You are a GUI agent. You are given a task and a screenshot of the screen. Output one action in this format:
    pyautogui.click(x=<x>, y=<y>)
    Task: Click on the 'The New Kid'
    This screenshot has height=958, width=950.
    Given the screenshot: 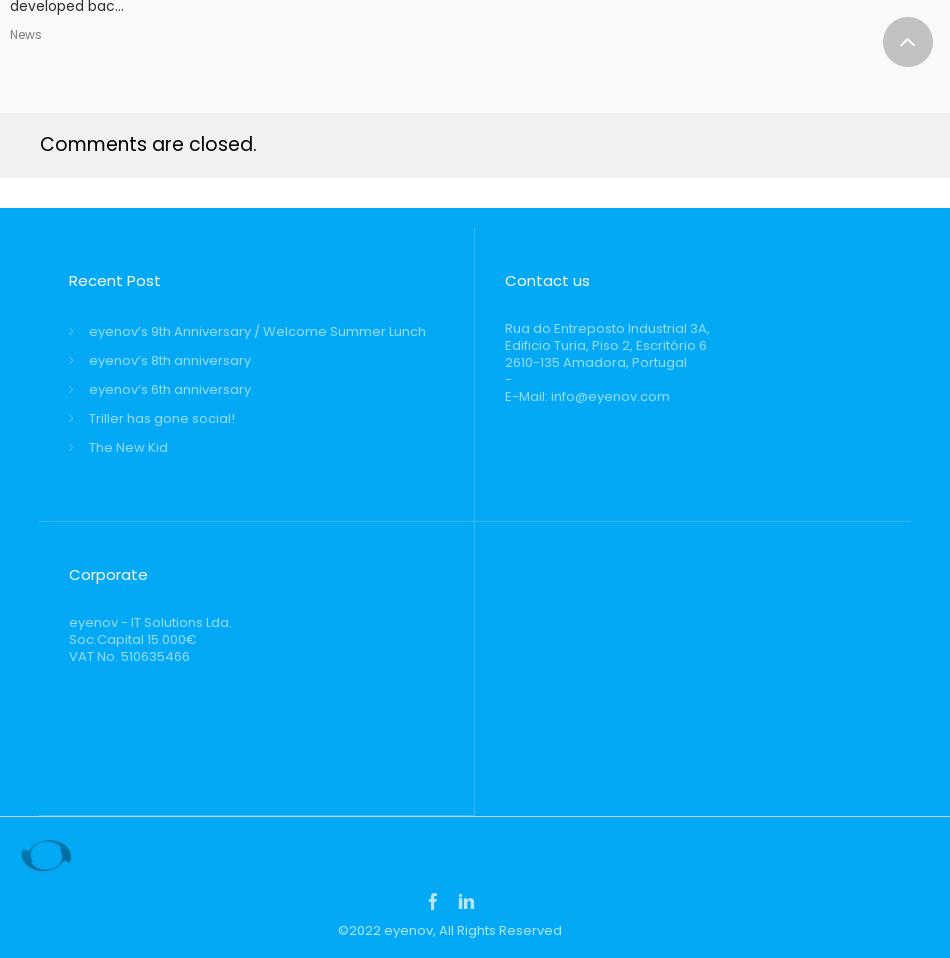 What is the action you would take?
    pyautogui.click(x=128, y=447)
    